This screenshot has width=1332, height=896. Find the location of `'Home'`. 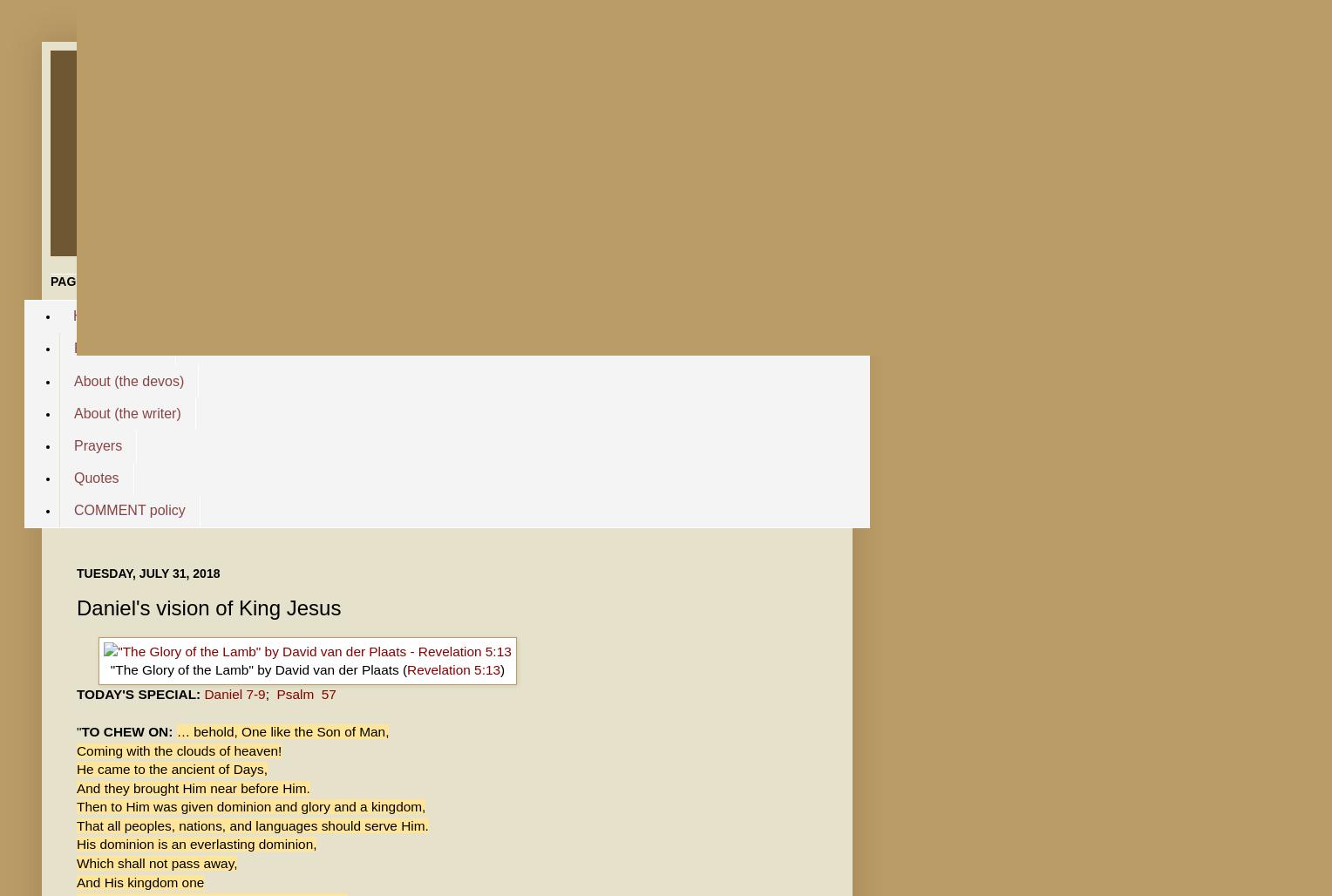

'Home' is located at coordinates (90, 315).